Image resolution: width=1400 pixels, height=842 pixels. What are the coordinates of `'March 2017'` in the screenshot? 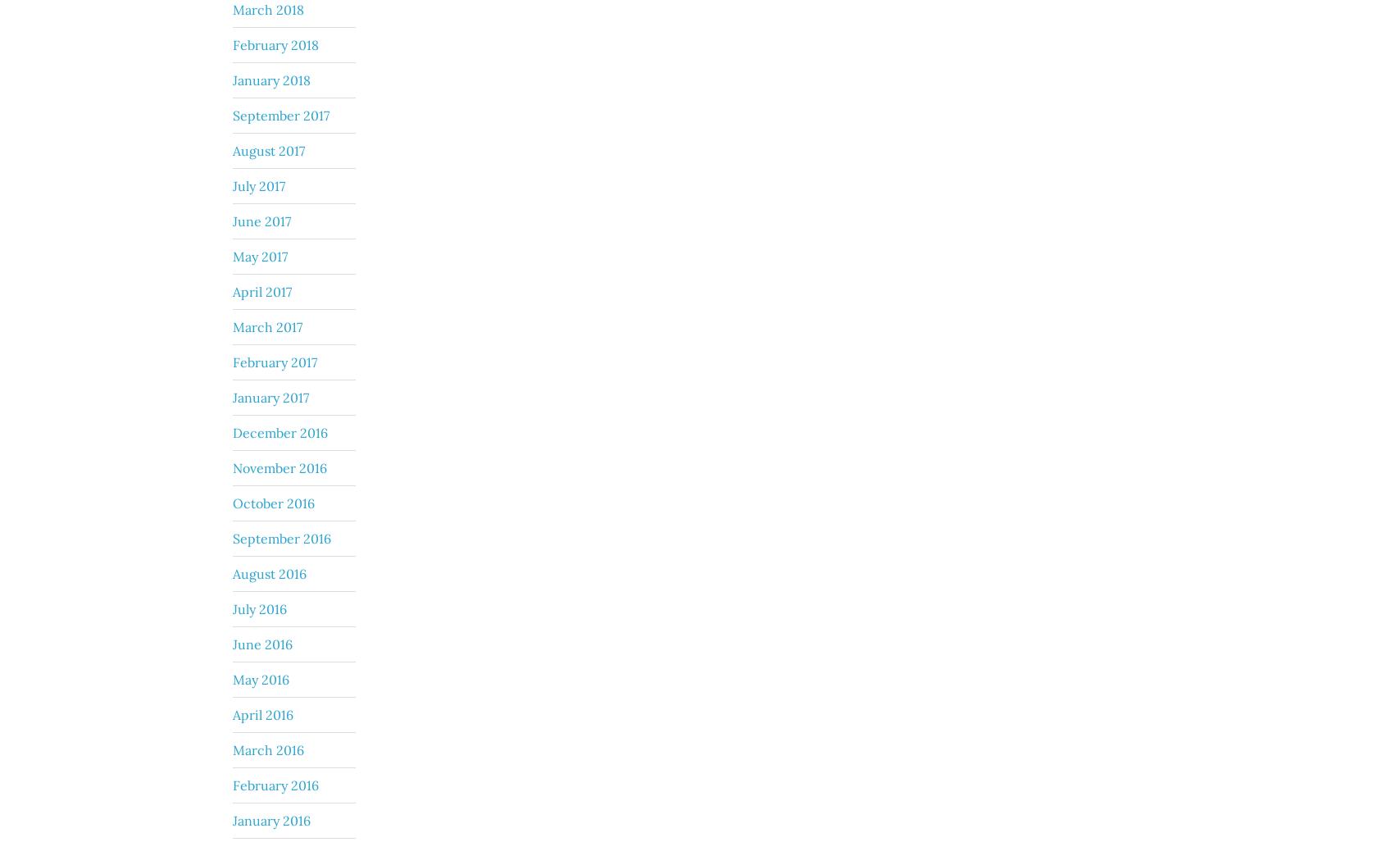 It's located at (267, 325).